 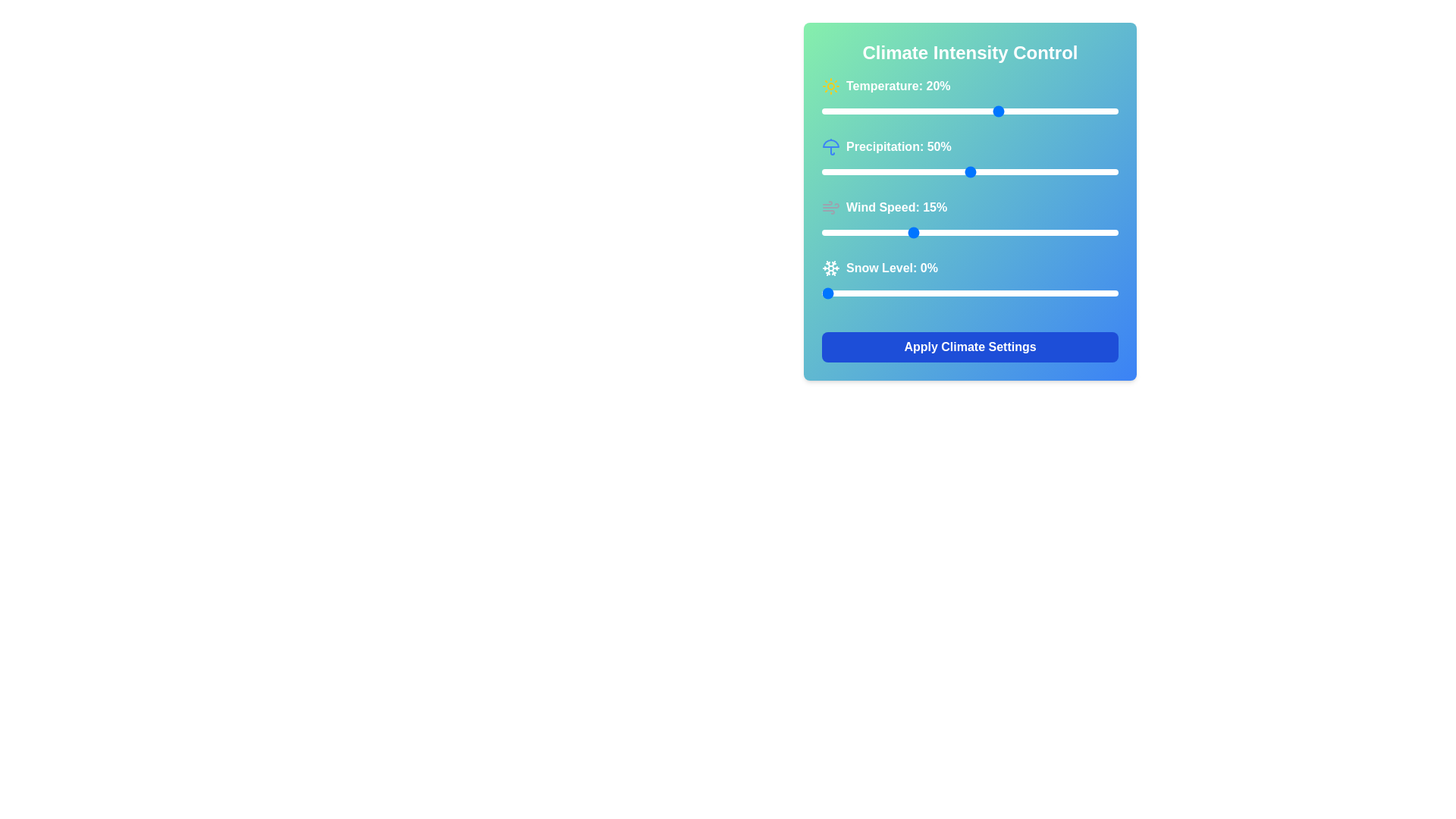 I want to click on precipitation, so click(x=1040, y=171).